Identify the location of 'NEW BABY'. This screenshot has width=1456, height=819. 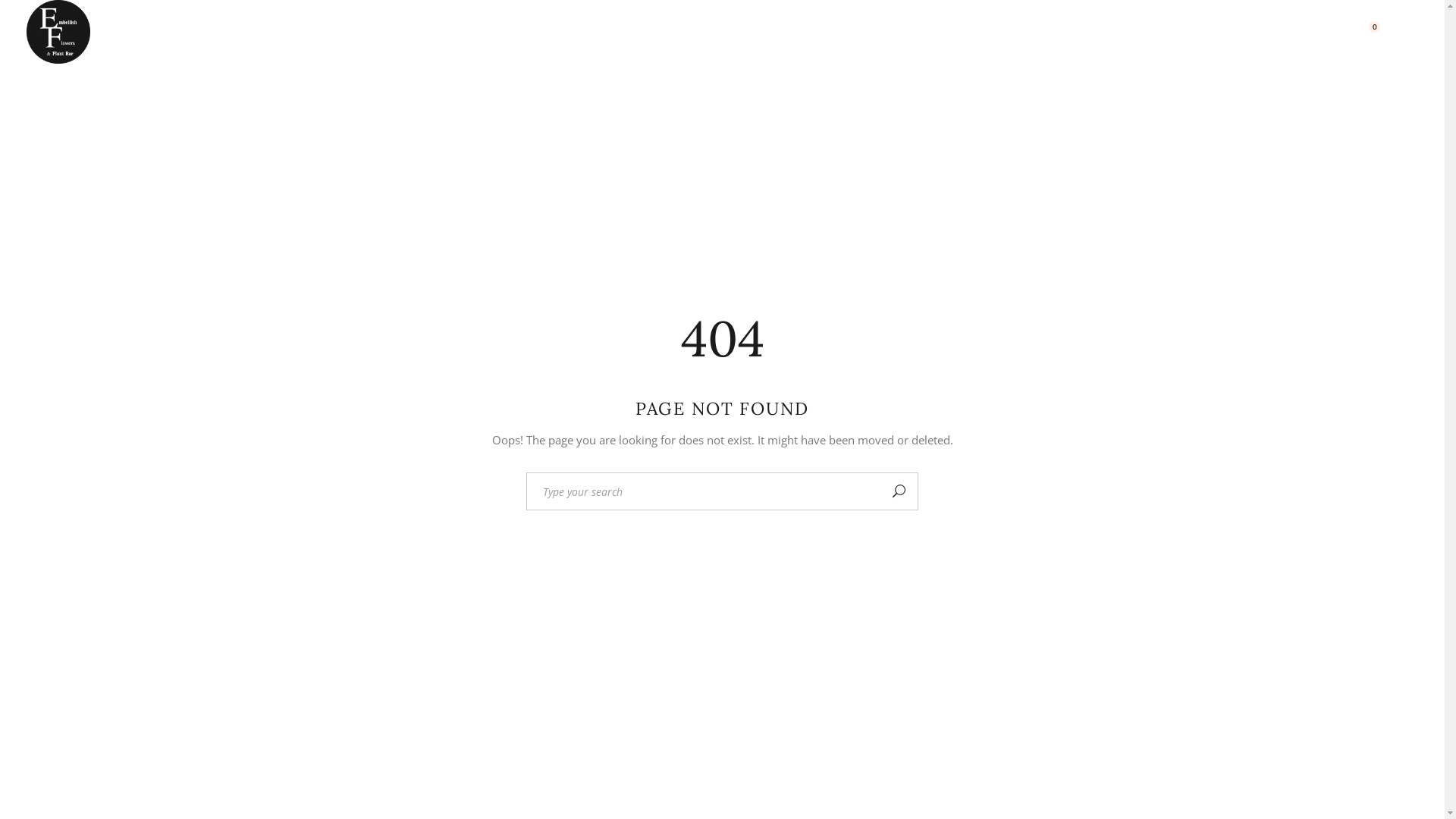
(416, 32).